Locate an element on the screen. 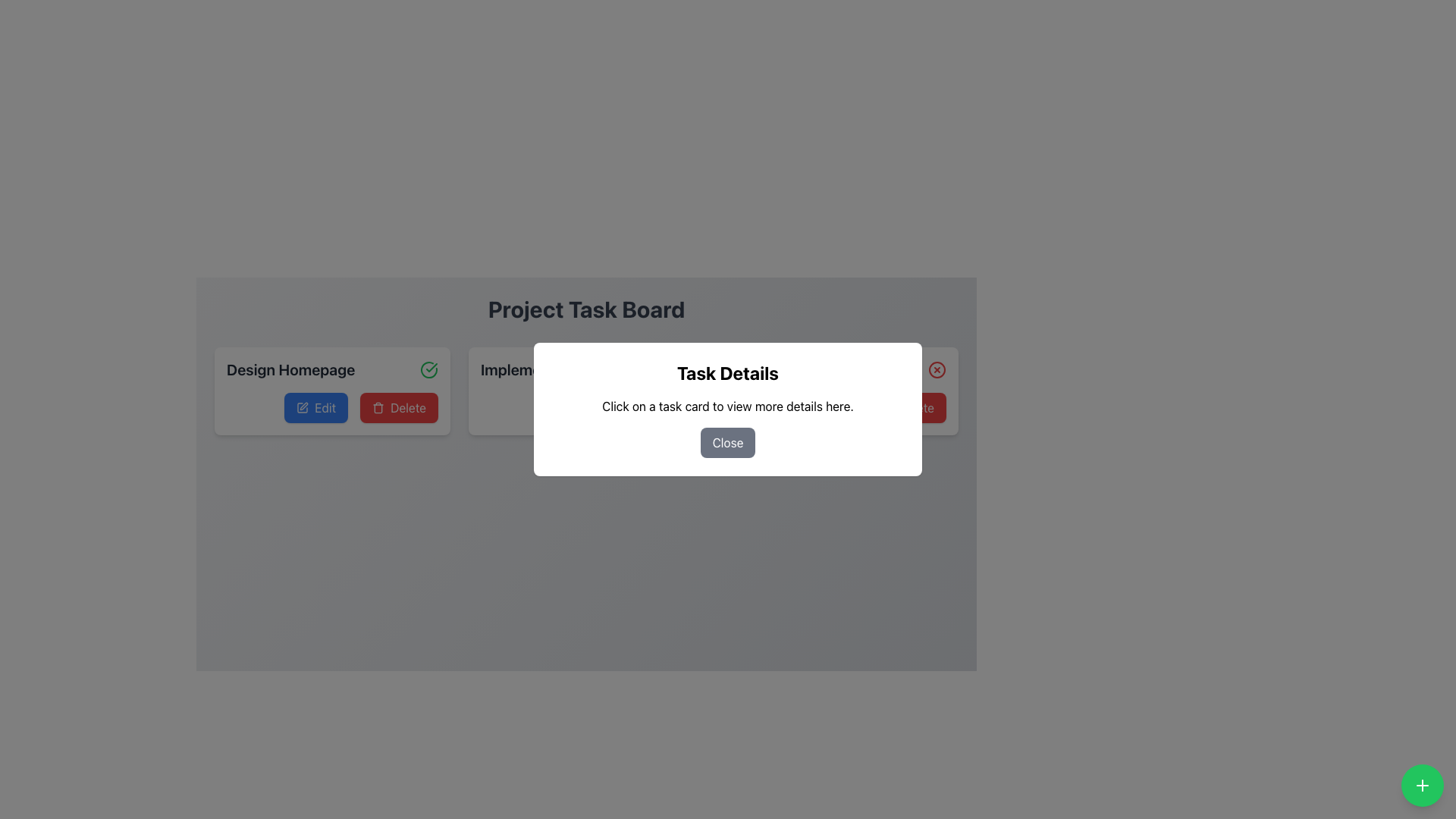  the small geometric vector graphic resembling a square with rounded edges, located in the 'Task Details' modal near the top-left corner is located at coordinates (556, 406).